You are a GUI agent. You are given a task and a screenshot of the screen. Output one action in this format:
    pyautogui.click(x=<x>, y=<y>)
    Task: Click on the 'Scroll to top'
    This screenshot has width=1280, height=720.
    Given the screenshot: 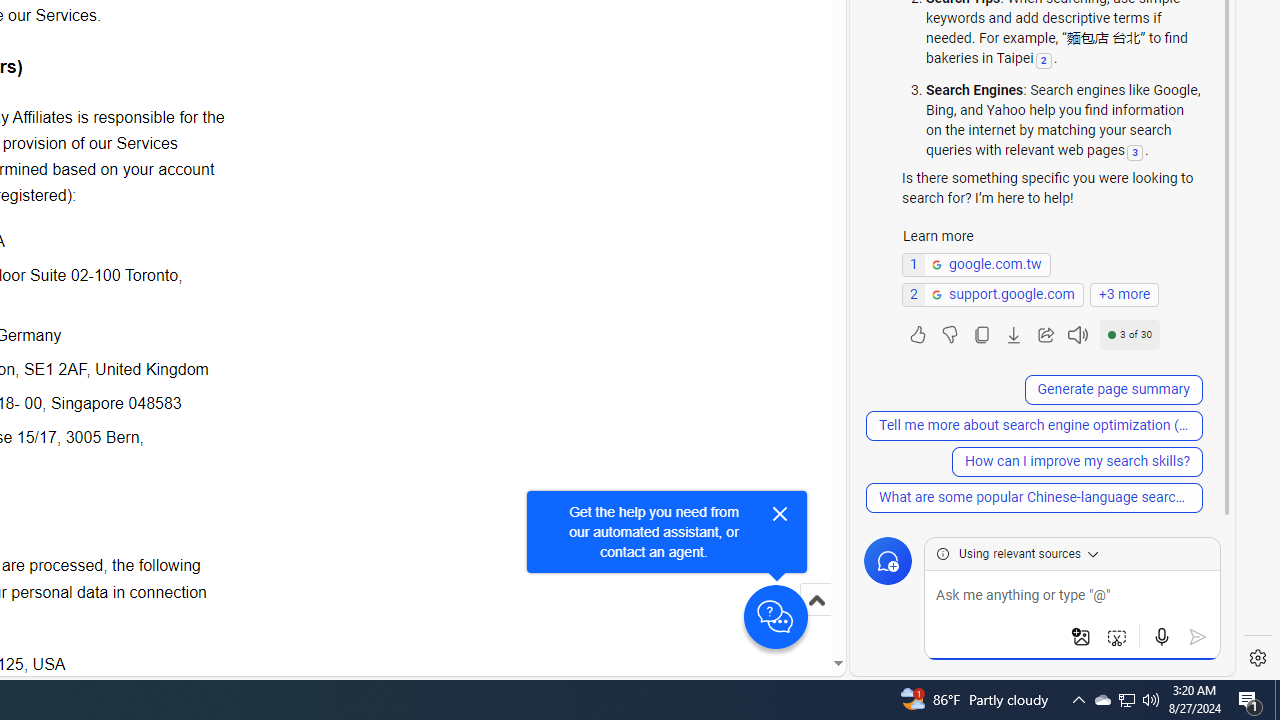 What is the action you would take?
    pyautogui.click(x=816, y=598)
    